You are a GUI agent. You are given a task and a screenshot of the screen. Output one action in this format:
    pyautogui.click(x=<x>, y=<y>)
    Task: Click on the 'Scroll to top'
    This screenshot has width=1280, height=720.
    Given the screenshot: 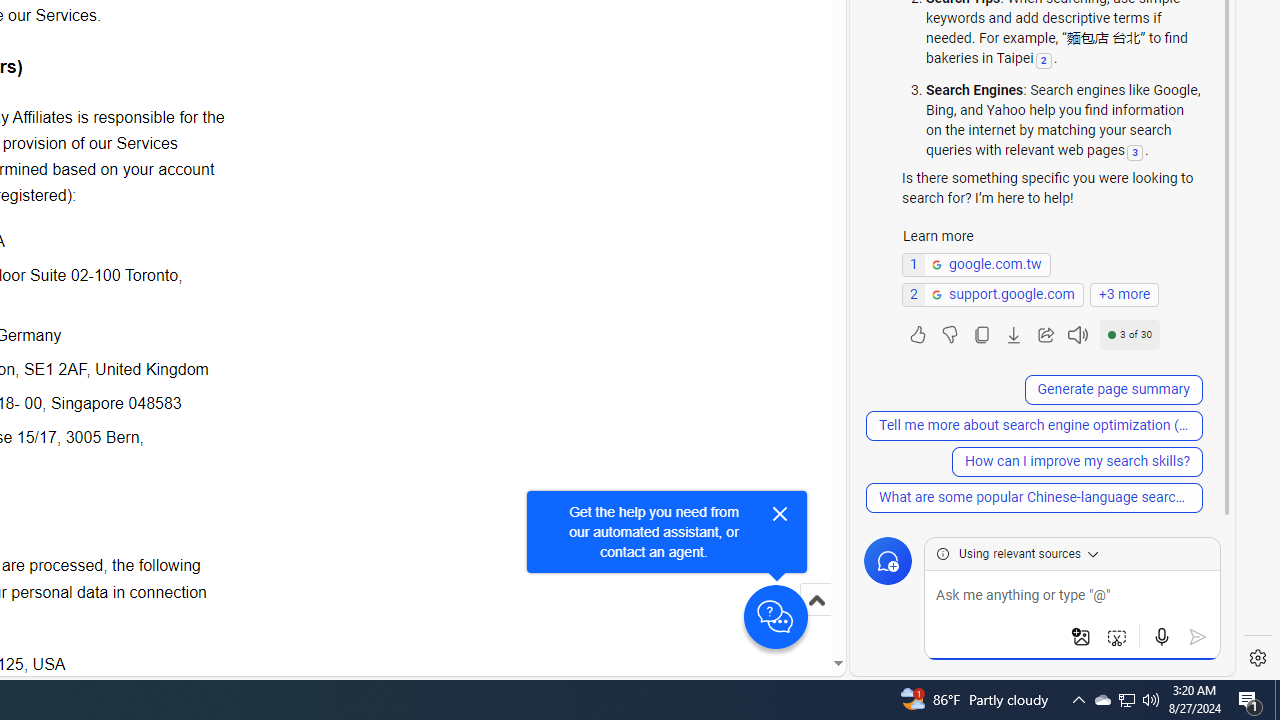 What is the action you would take?
    pyautogui.click(x=816, y=598)
    